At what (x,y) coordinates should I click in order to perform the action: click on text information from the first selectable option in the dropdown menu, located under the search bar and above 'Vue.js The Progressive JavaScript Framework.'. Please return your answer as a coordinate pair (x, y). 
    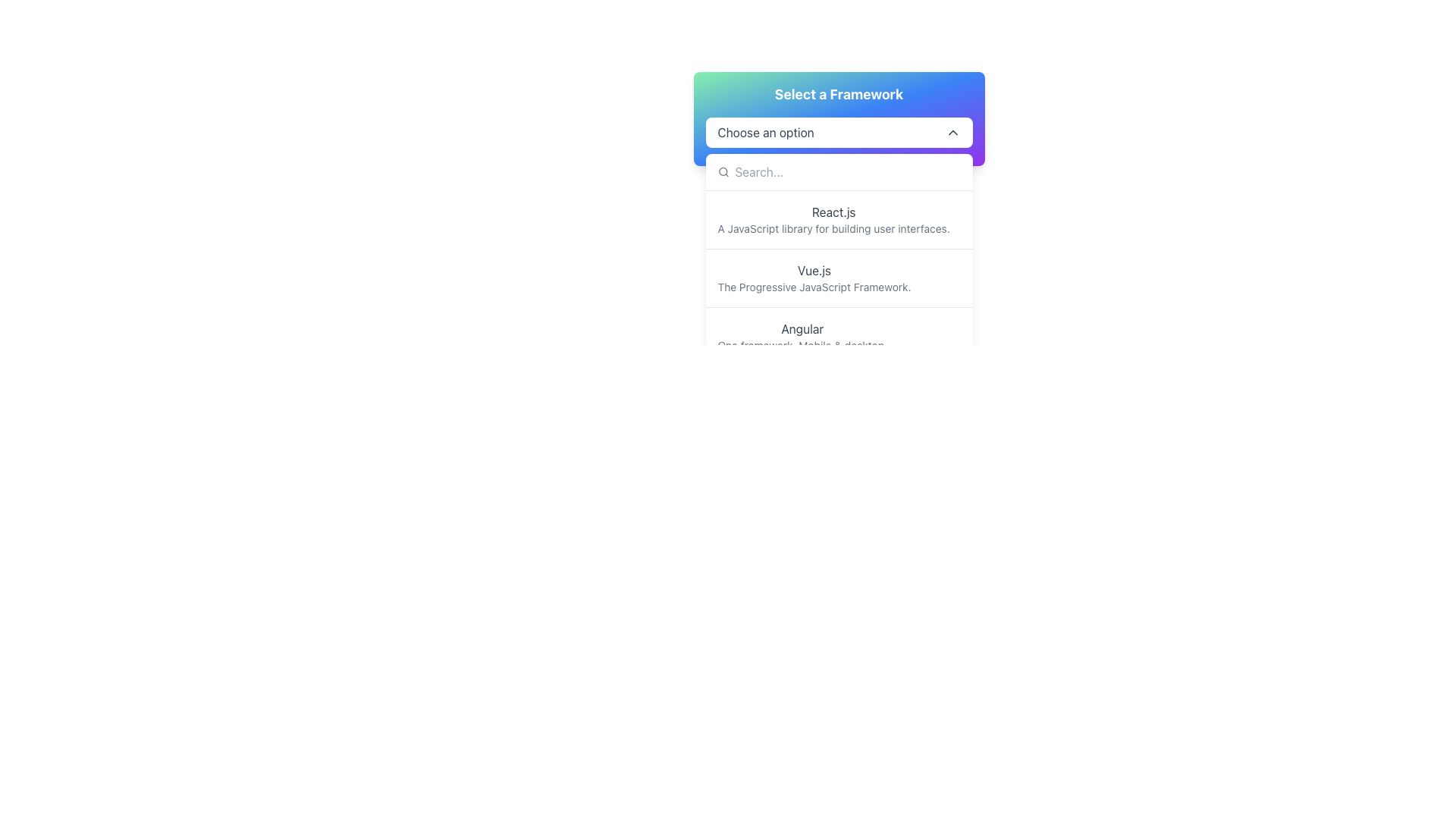
    Looking at the image, I should click on (838, 219).